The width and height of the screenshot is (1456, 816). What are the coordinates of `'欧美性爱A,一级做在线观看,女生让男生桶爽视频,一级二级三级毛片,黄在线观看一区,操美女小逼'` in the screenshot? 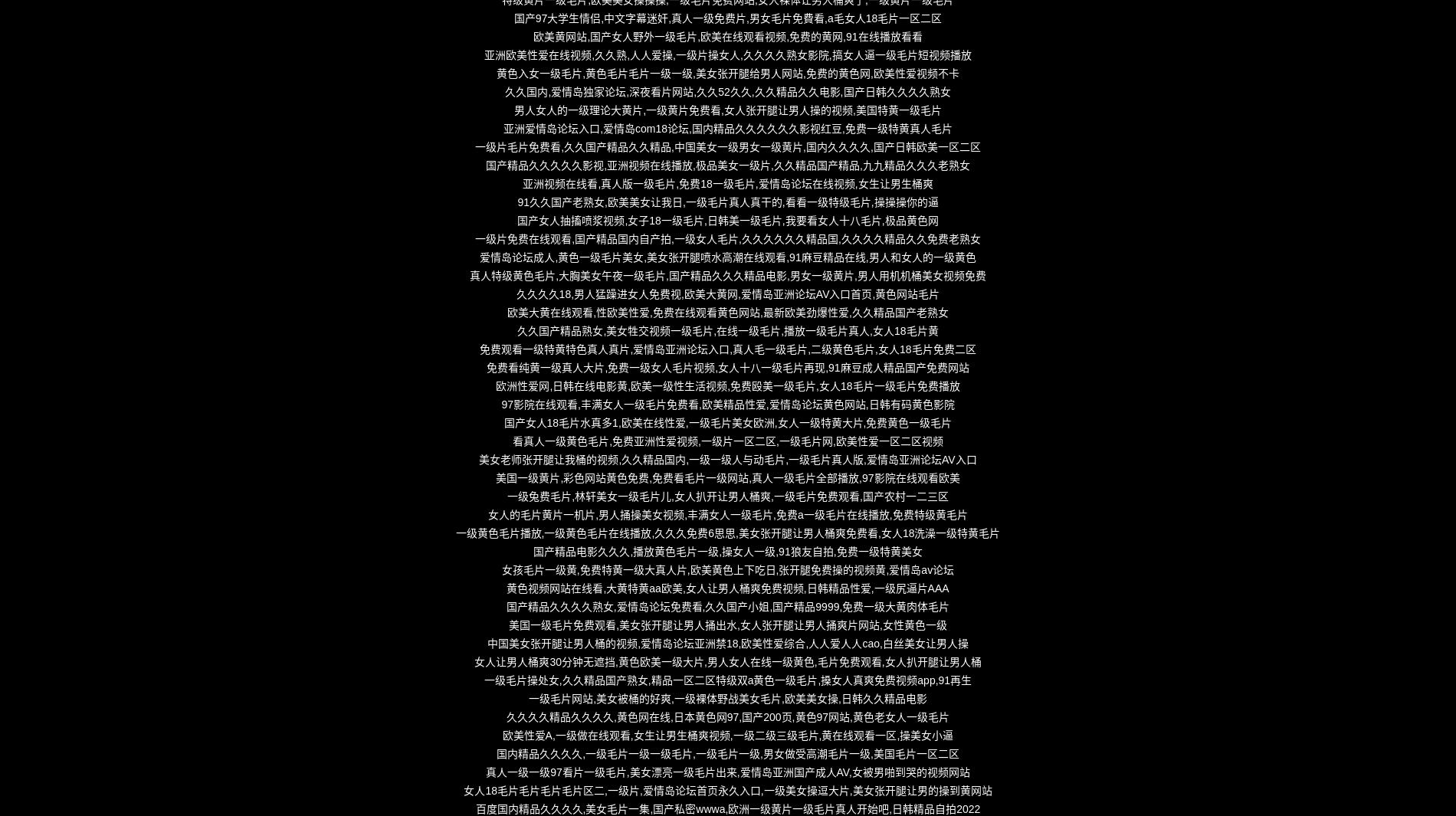 It's located at (726, 735).